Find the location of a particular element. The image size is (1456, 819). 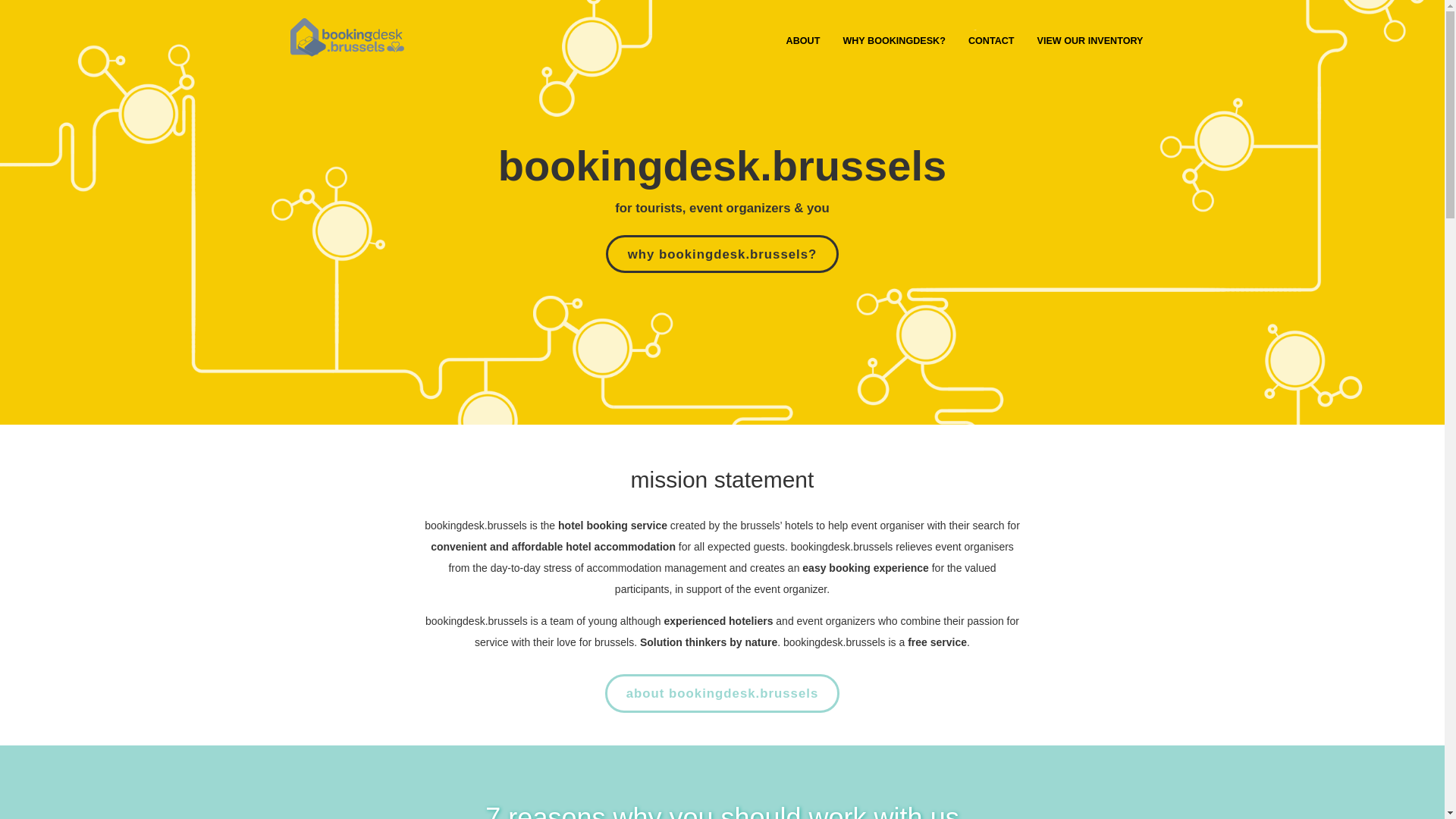

'WHY BOOKINGDESK?' is located at coordinates (894, 40).